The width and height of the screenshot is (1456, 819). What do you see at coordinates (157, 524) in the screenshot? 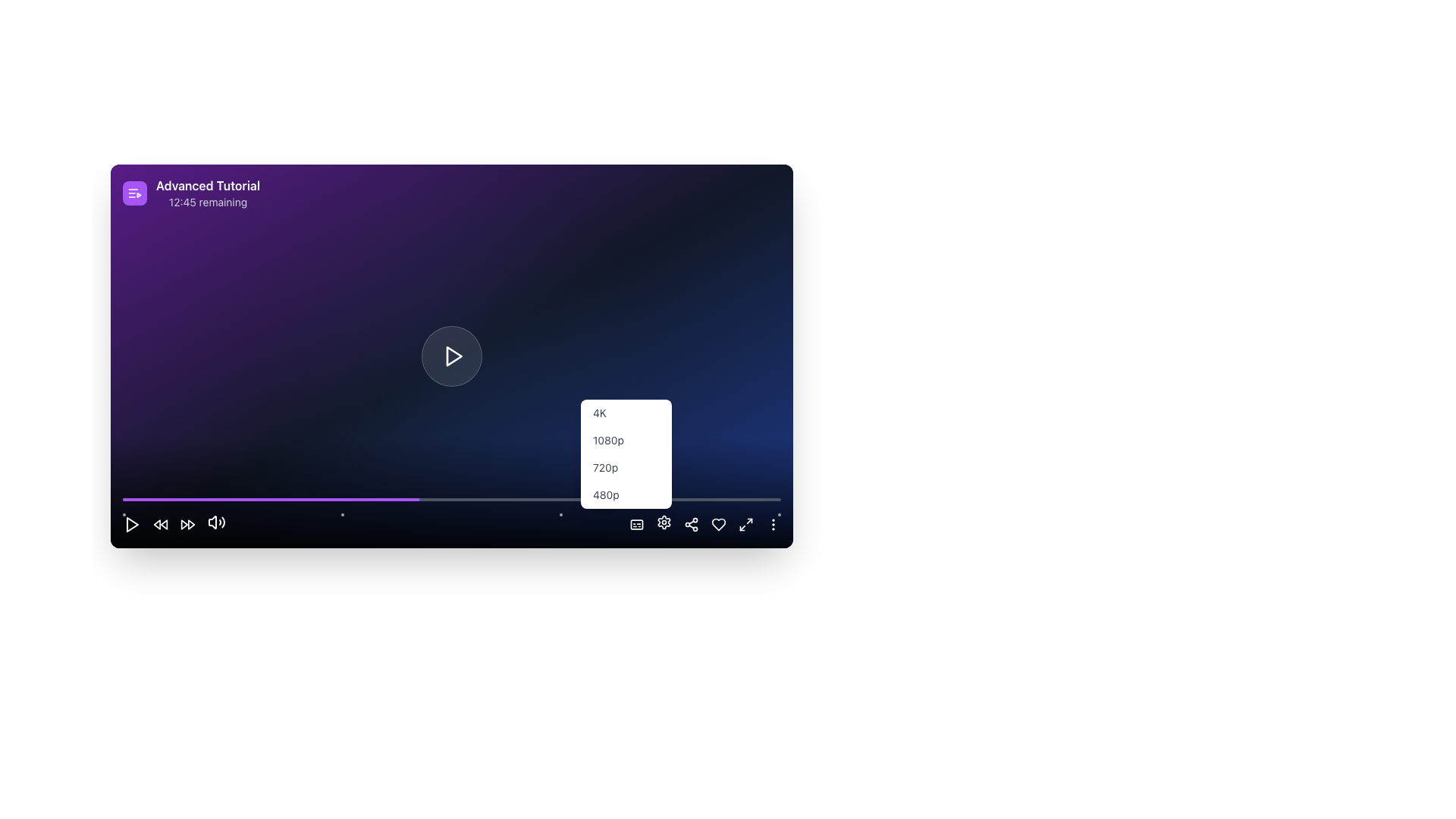
I see `the left-pointing arrow icon (red rewind icon)` at bounding box center [157, 524].